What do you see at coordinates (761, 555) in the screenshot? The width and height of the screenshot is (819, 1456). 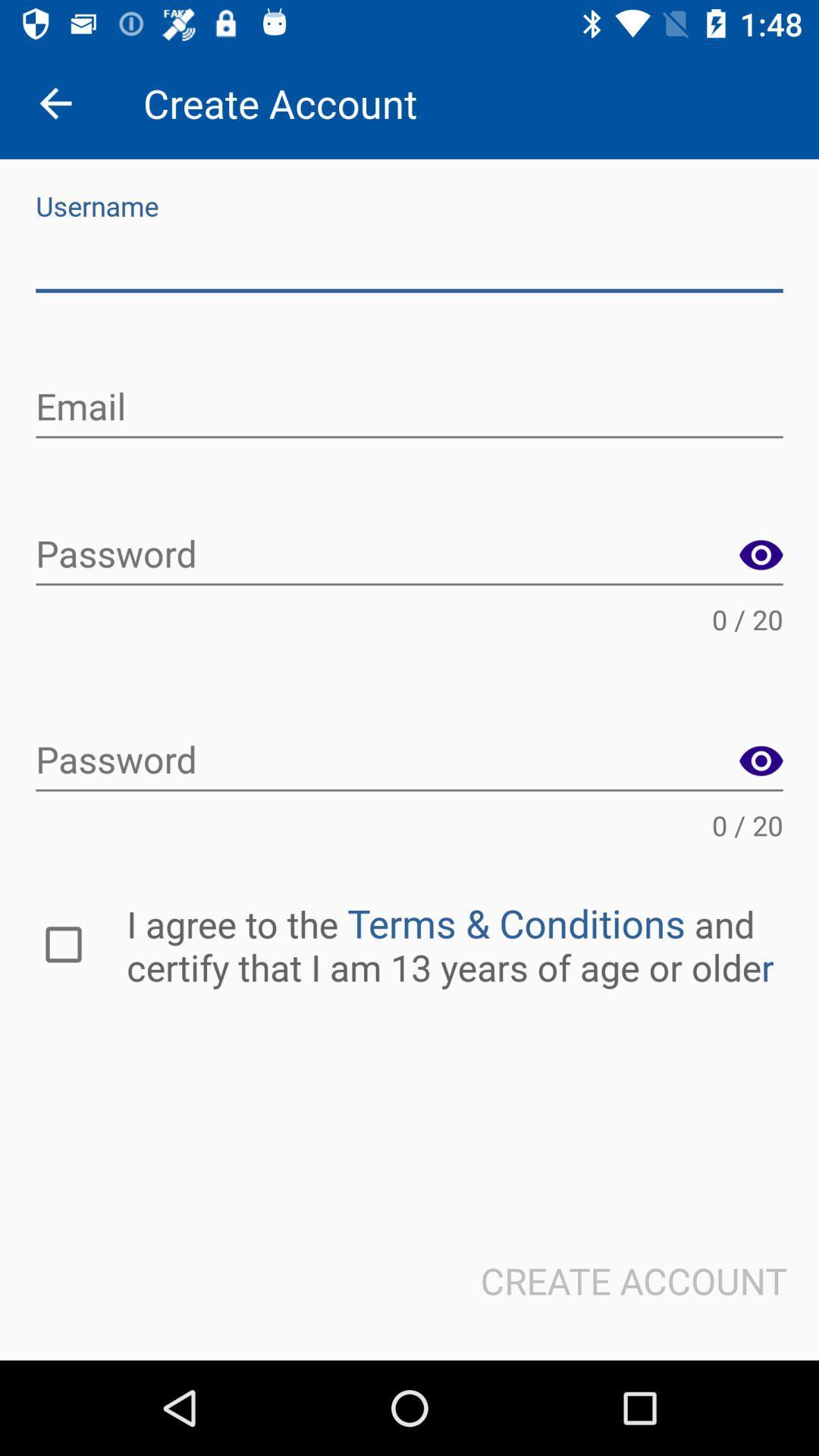 I see `show text` at bounding box center [761, 555].